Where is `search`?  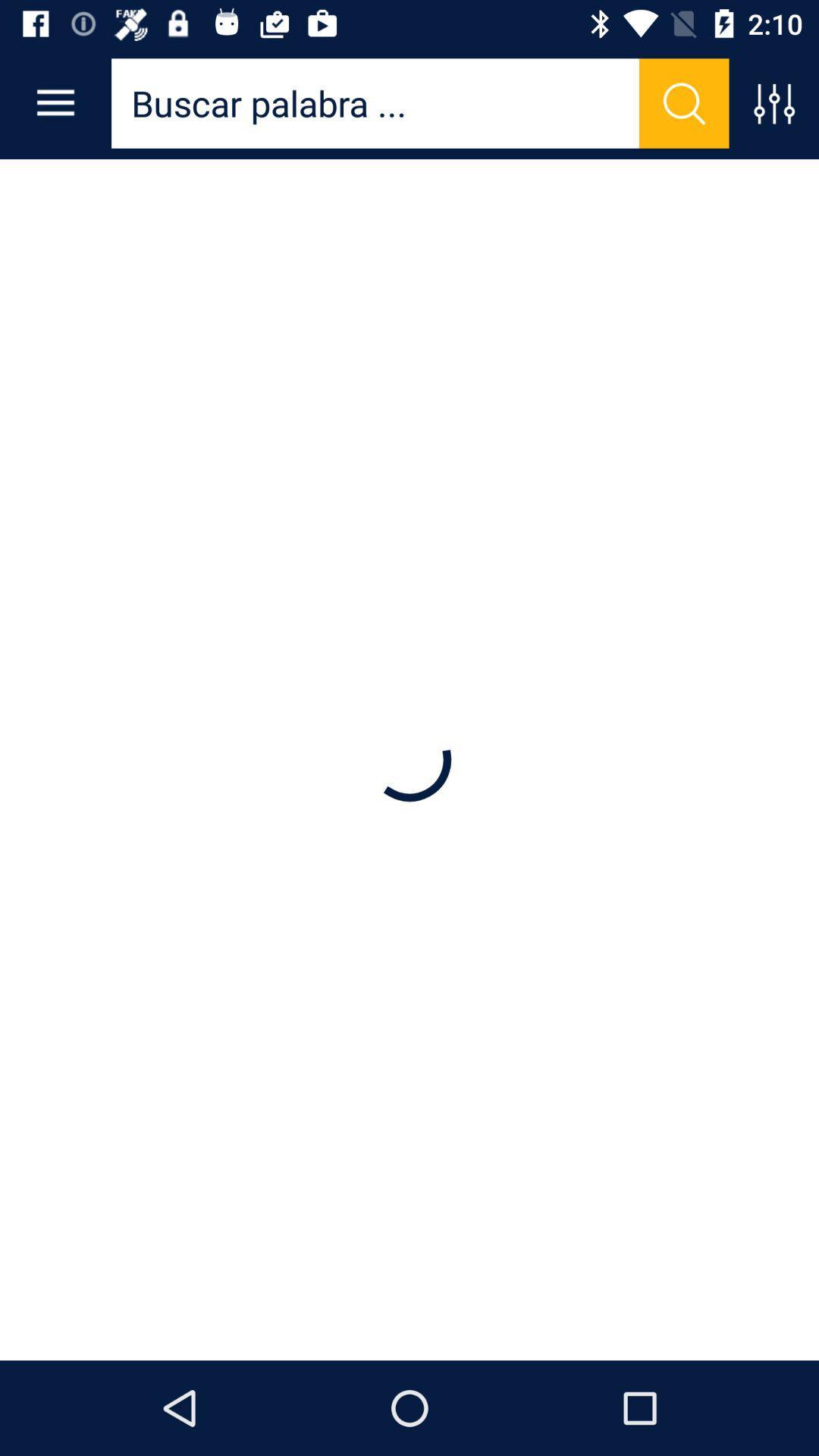
search is located at coordinates (684, 102).